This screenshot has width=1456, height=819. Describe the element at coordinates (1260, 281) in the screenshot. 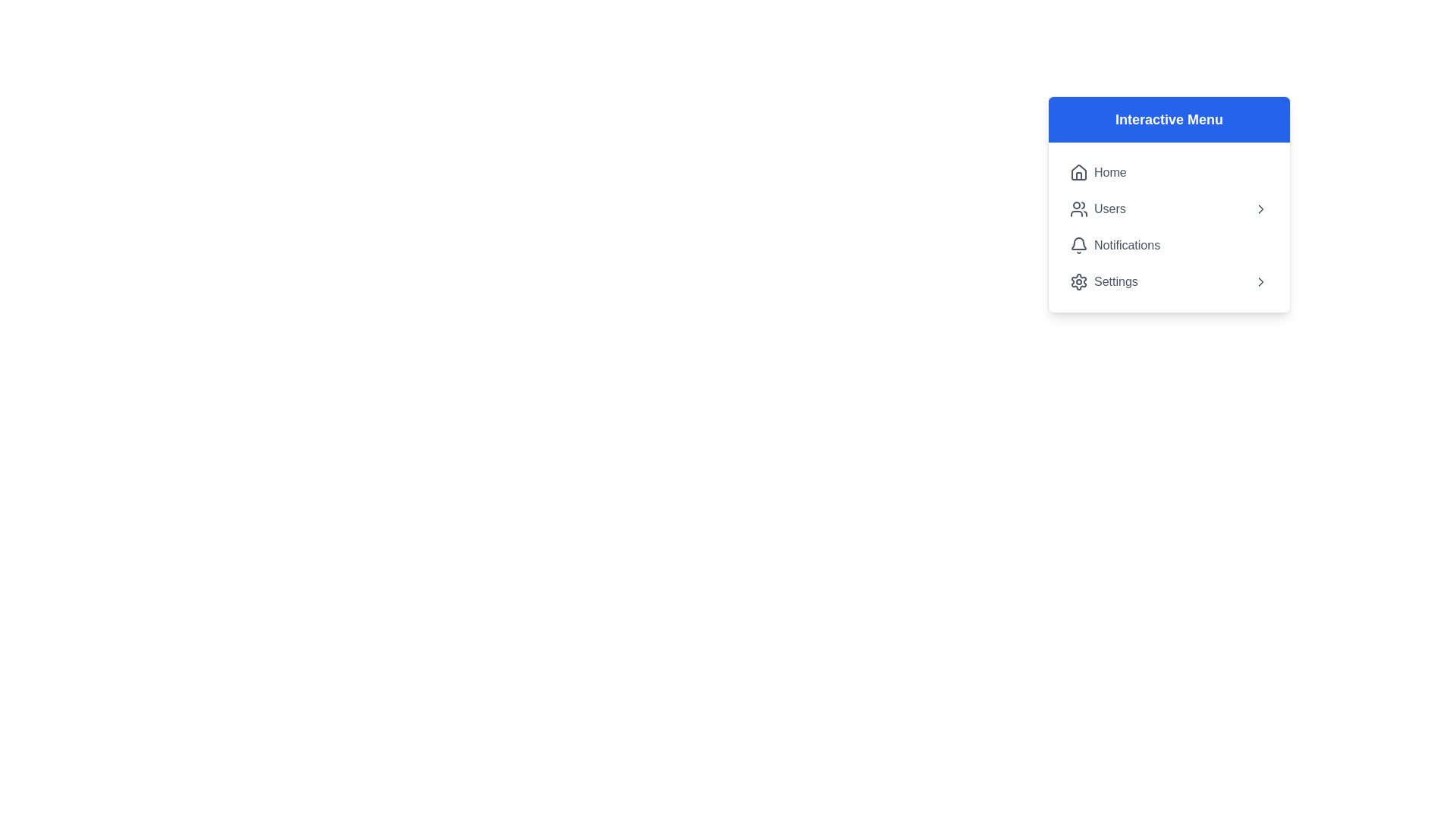

I see `the chevron icon at the far right side of the 'Settings' menu item` at that location.